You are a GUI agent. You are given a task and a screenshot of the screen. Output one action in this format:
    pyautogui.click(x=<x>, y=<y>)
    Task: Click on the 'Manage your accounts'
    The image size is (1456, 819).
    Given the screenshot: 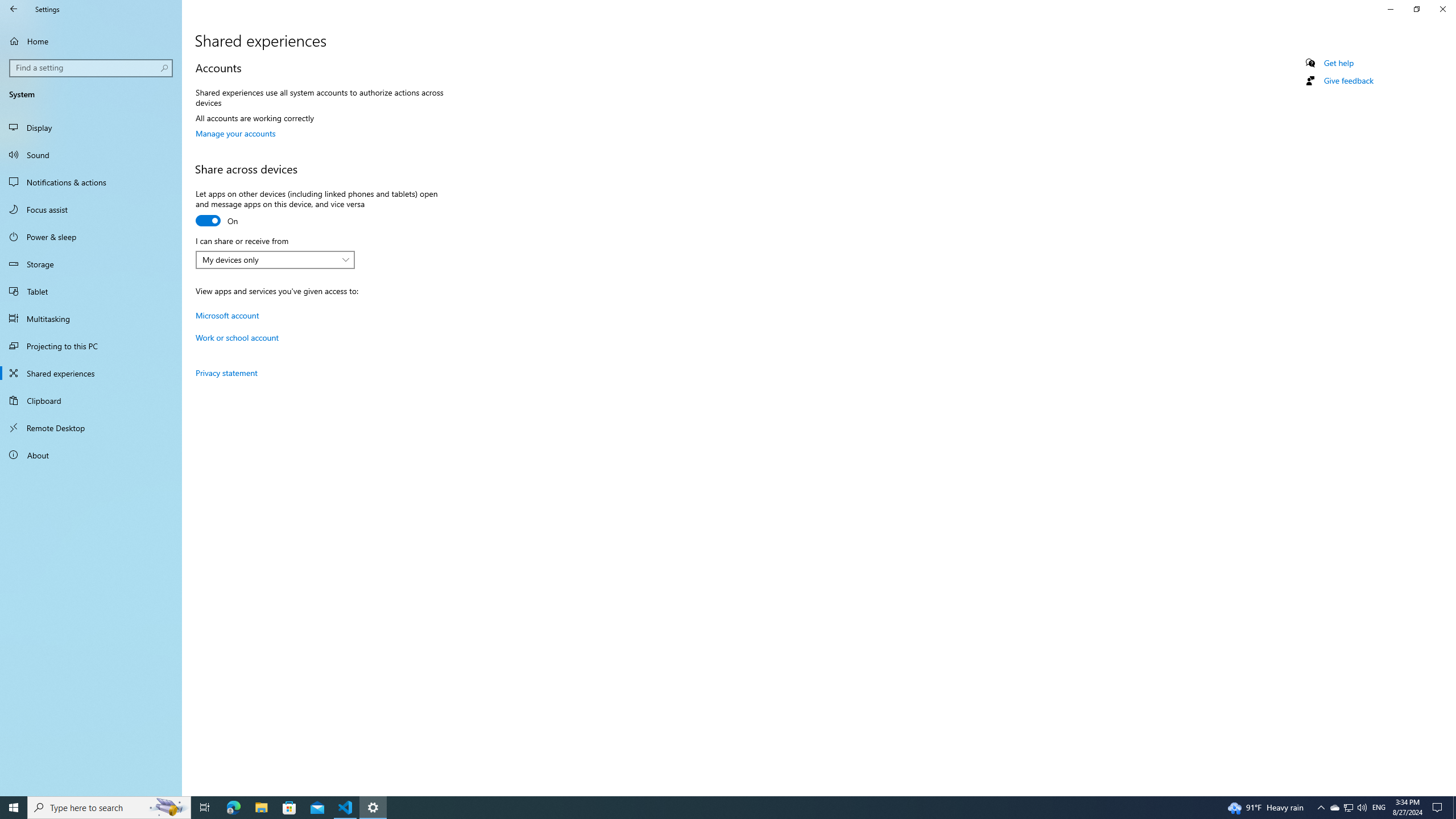 What is the action you would take?
    pyautogui.click(x=234, y=133)
    